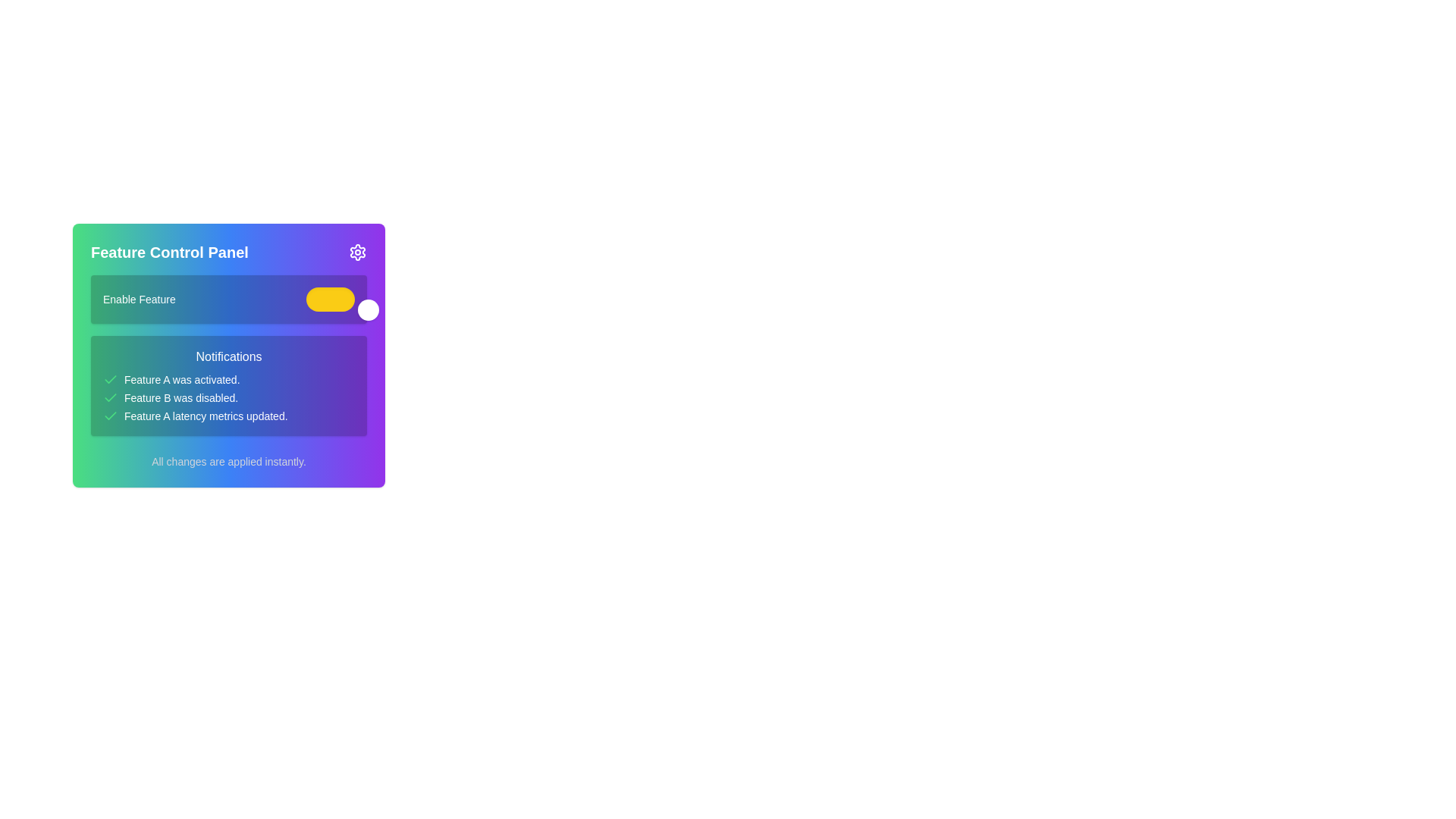 This screenshot has width=1456, height=819. Describe the element at coordinates (356, 251) in the screenshot. I see `the gear-shaped settings icon located at the top-right corner of the 'Feature Control Panel'` at that location.